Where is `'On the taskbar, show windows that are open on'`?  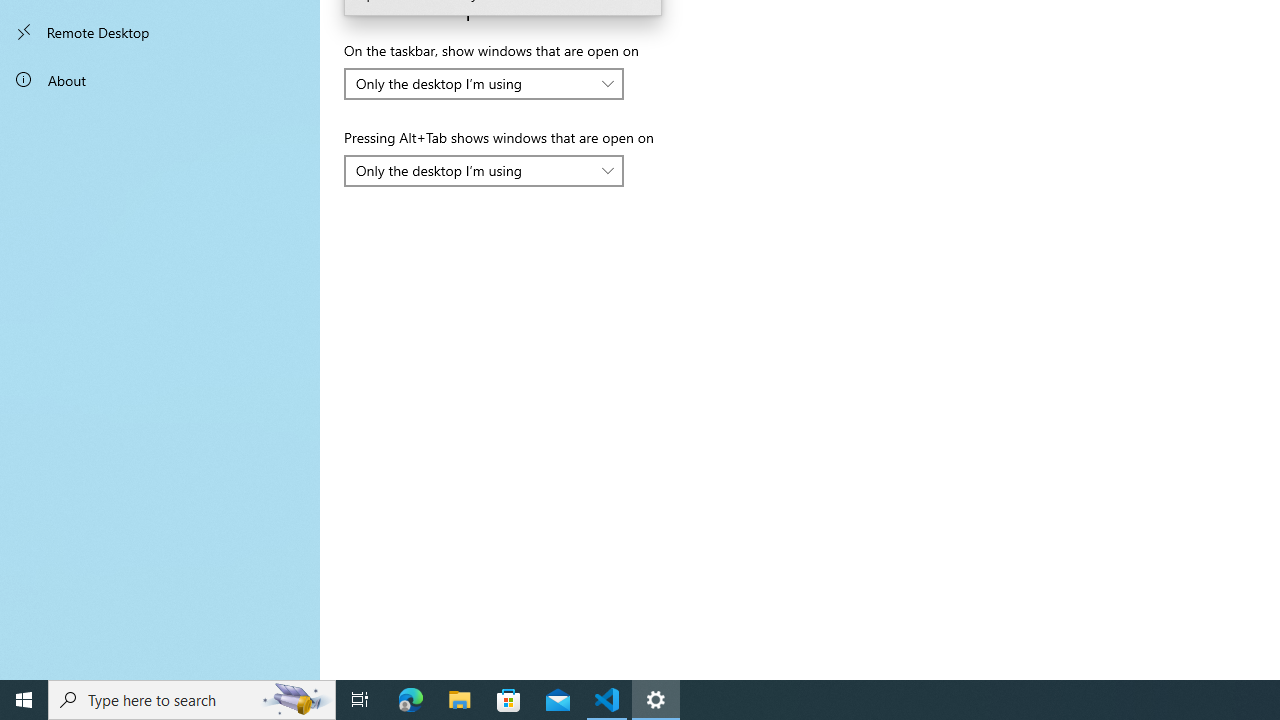
'On the taskbar, show windows that are open on' is located at coordinates (484, 82).